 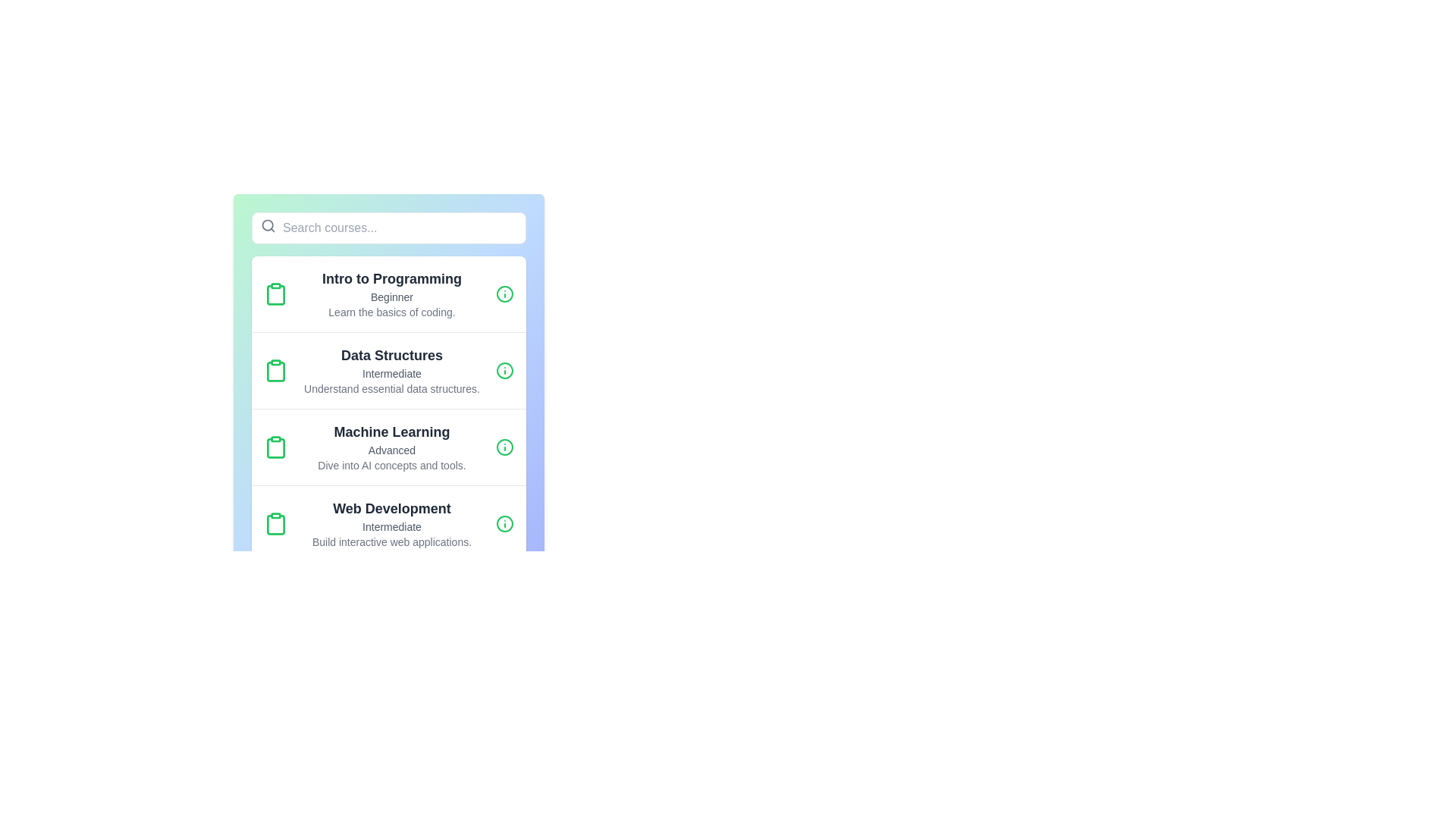 What do you see at coordinates (276, 371) in the screenshot?
I see `the icon used as a visual identifier for the 'Data Structures' section located on the left side of the entry titled 'Data Structures'` at bounding box center [276, 371].